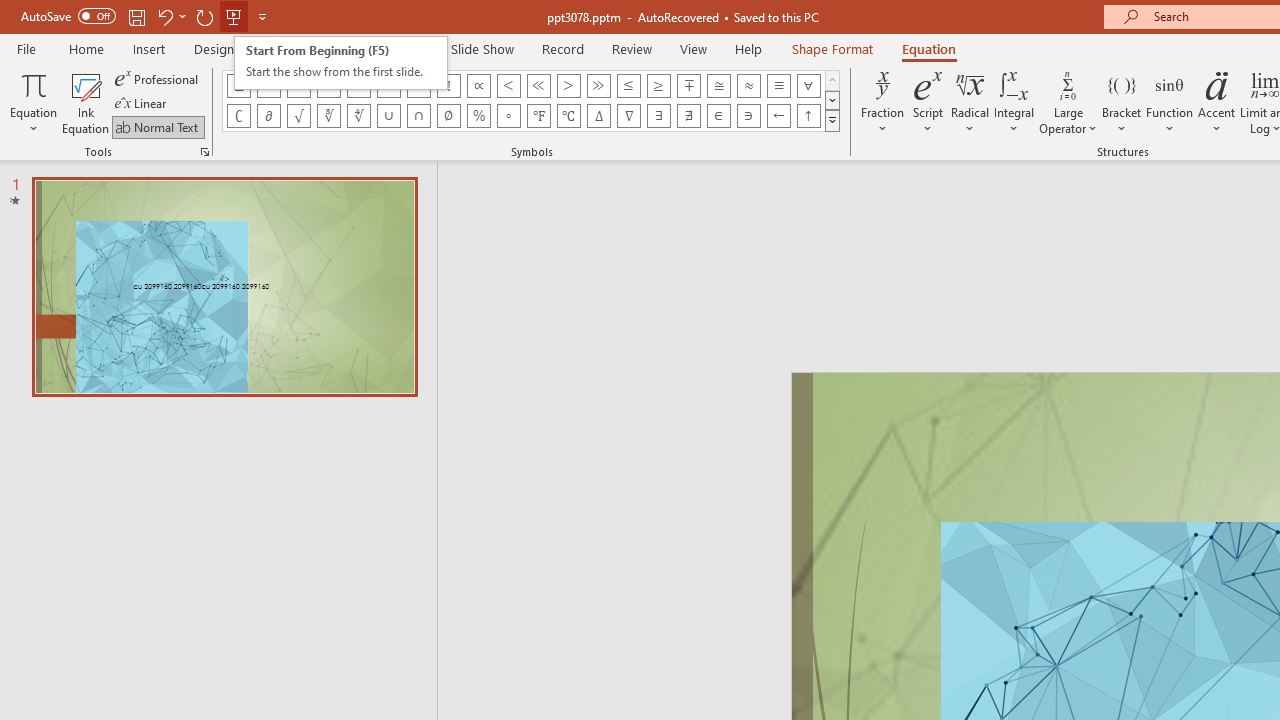 The width and height of the screenshot is (1280, 720). Describe the element at coordinates (1121, 103) in the screenshot. I see `'Bracket'` at that location.